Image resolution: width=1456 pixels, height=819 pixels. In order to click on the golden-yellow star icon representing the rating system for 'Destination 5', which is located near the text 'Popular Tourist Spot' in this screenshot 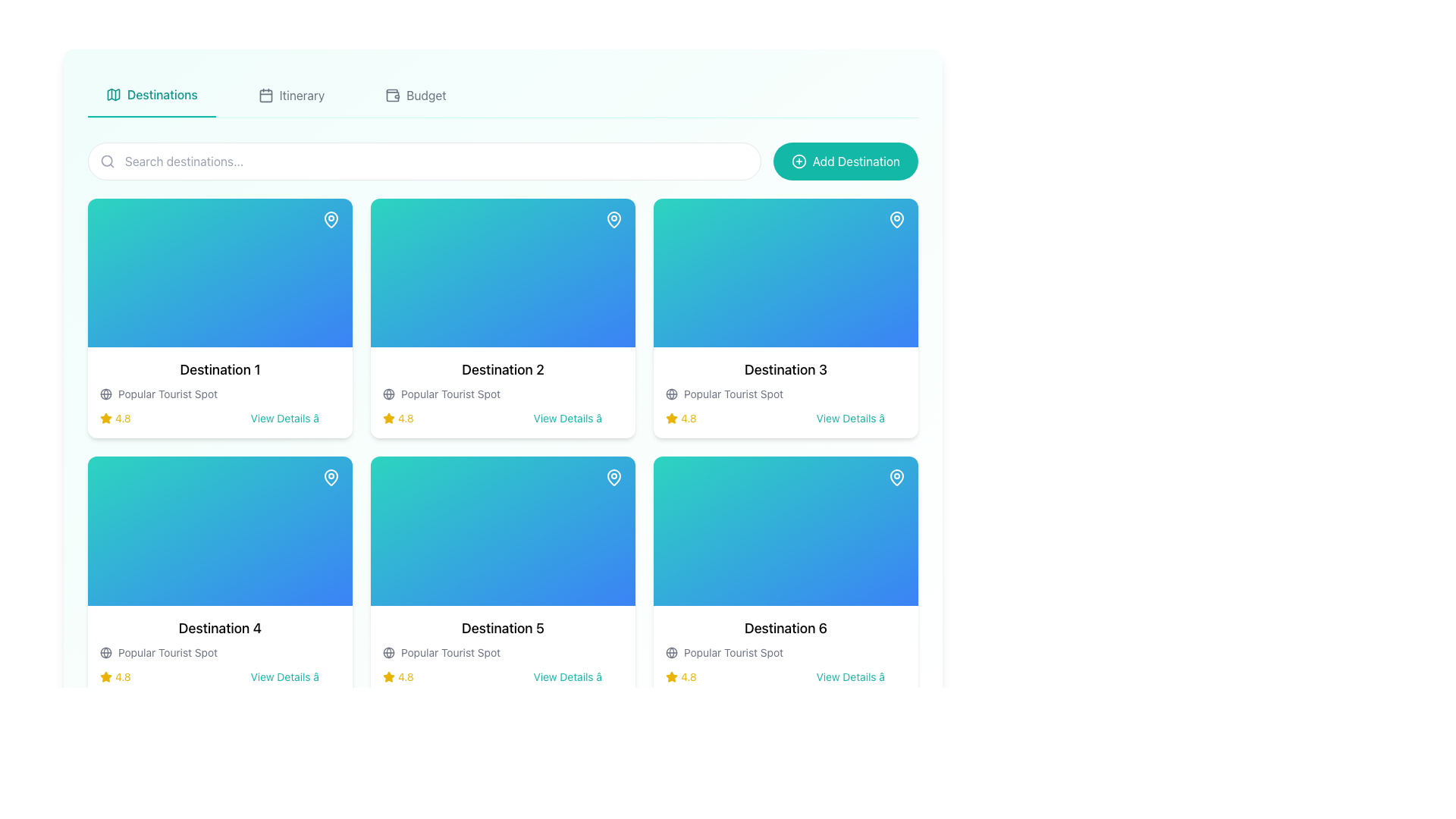, I will do `click(389, 675)`.